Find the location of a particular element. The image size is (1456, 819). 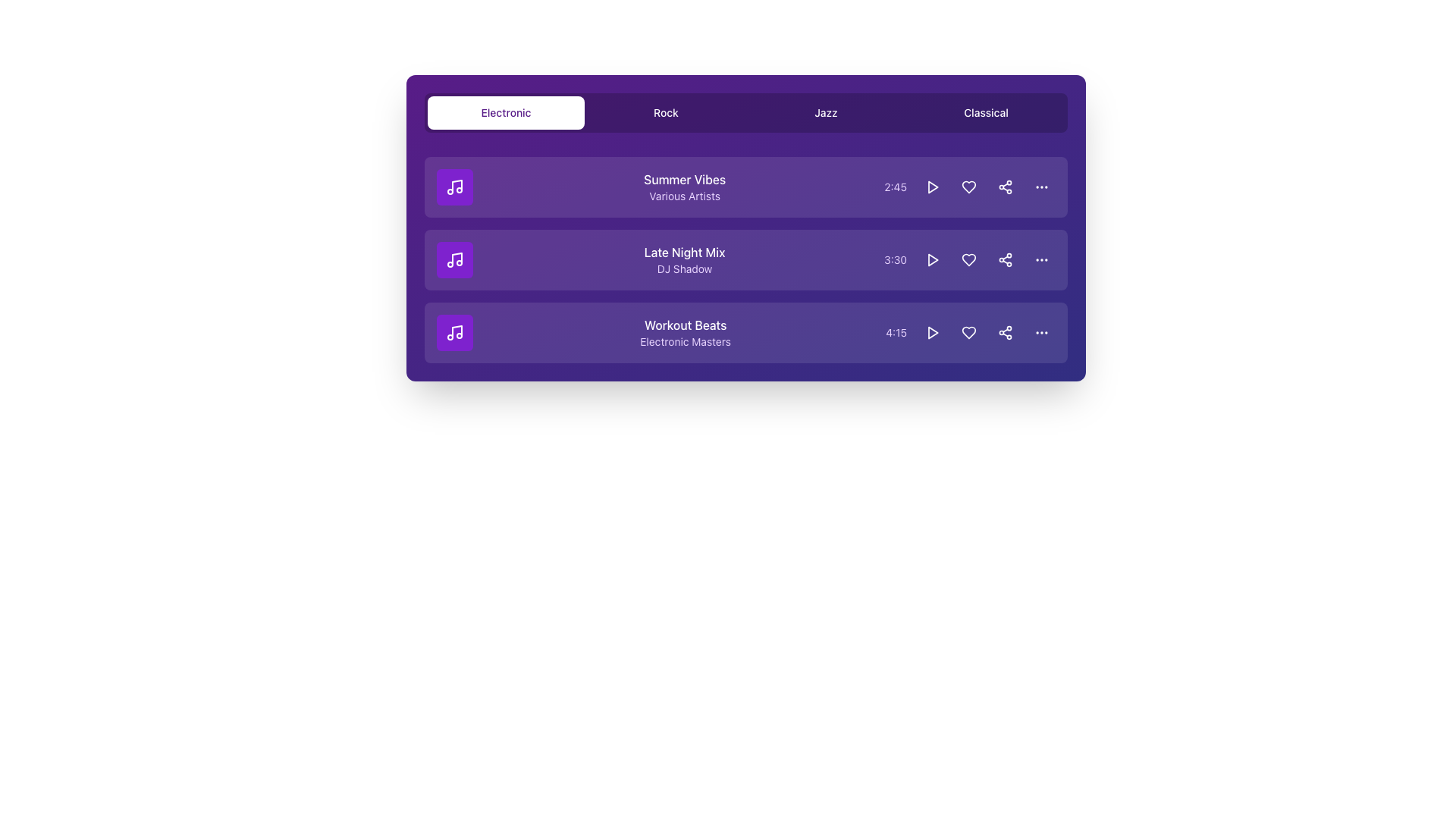

the heart-shaped icon styled as a solid white heart, located in the first row representing the 'Summer Vibes' track is located at coordinates (968, 186).